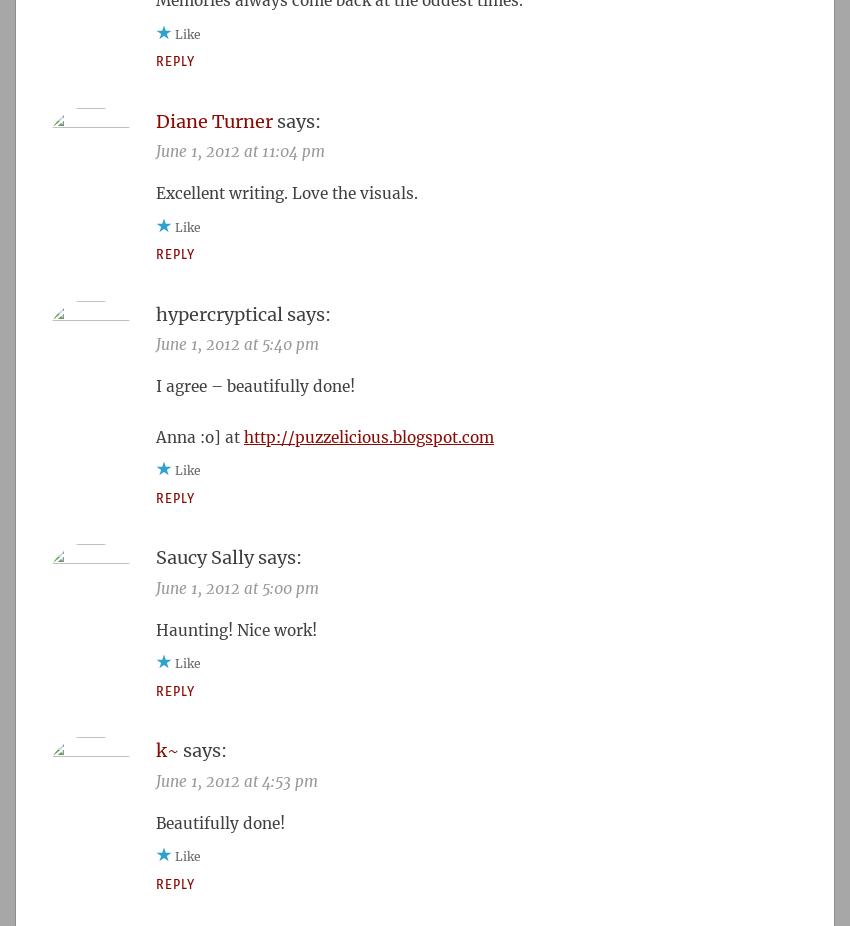  Describe the element at coordinates (237, 344) in the screenshot. I see `'June 1, 2012 at 5:40 pm'` at that location.